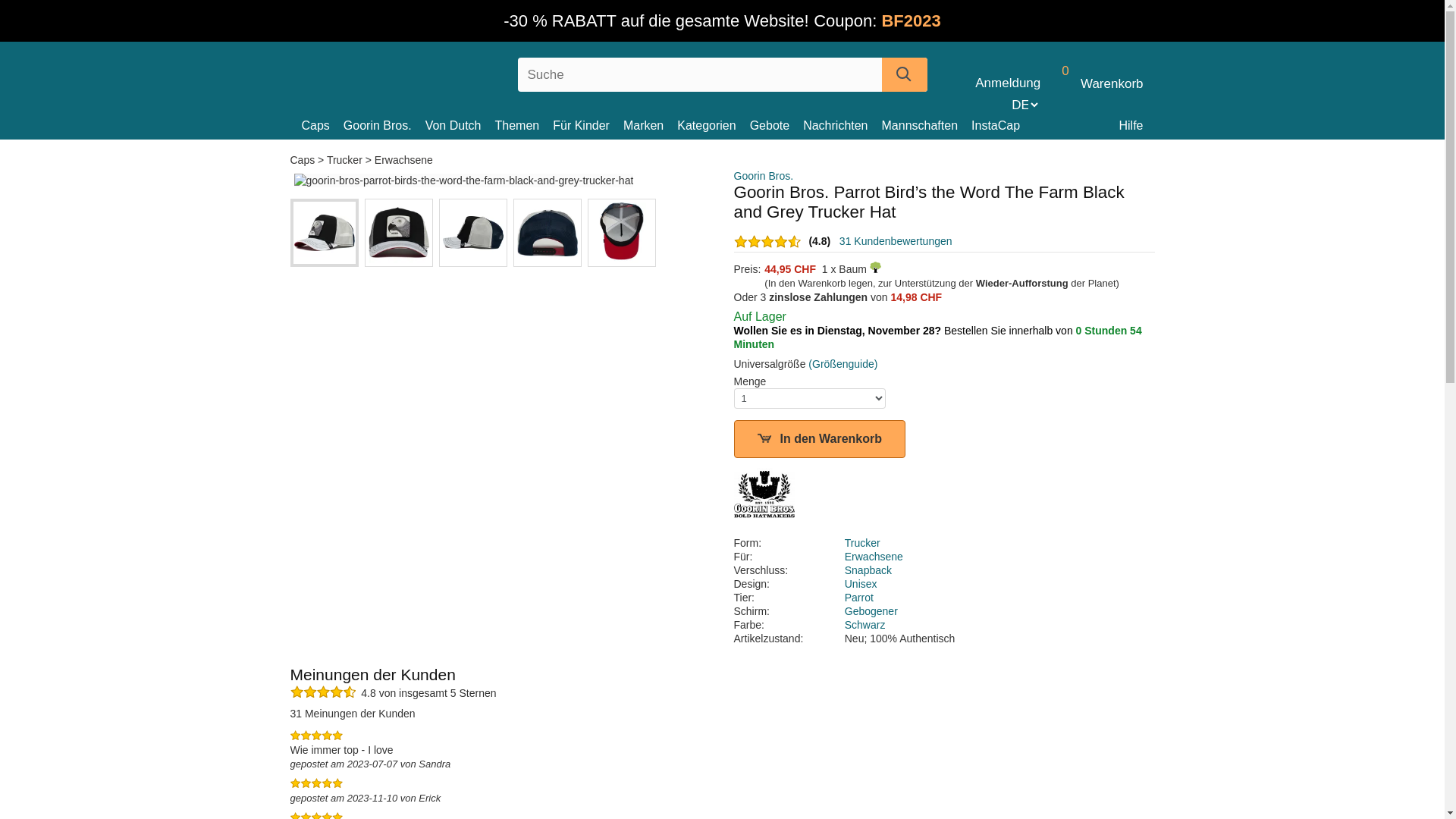 Image resolution: width=1456 pixels, height=819 pixels. I want to click on 'Marken', so click(623, 124).